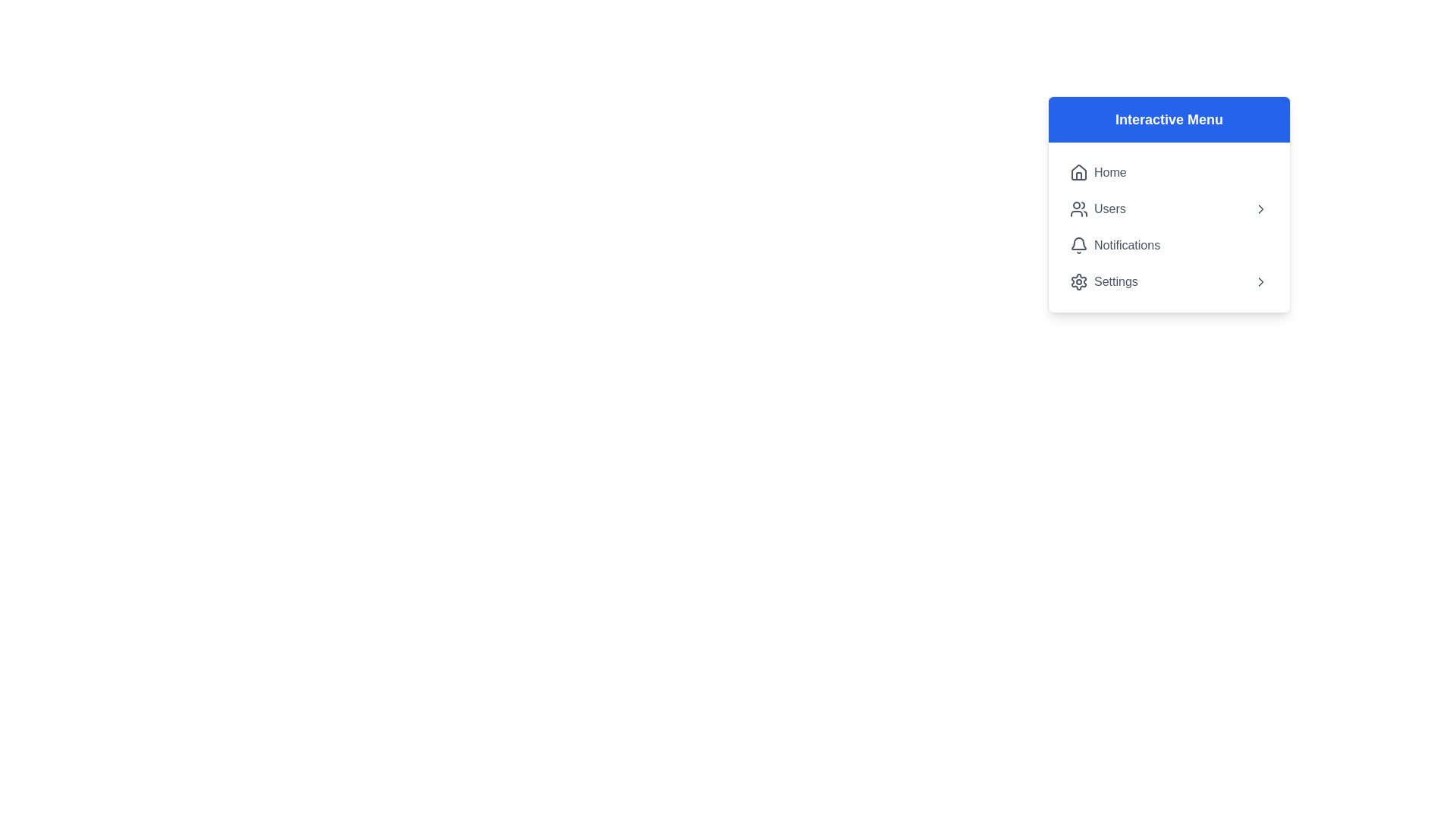 Image resolution: width=1456 pixels, height=819 pixels. Describe the element at coordinates (1103, 281) in the screenshot. I see `the 'Settings' navigation link/button with a gear icon` at that location.